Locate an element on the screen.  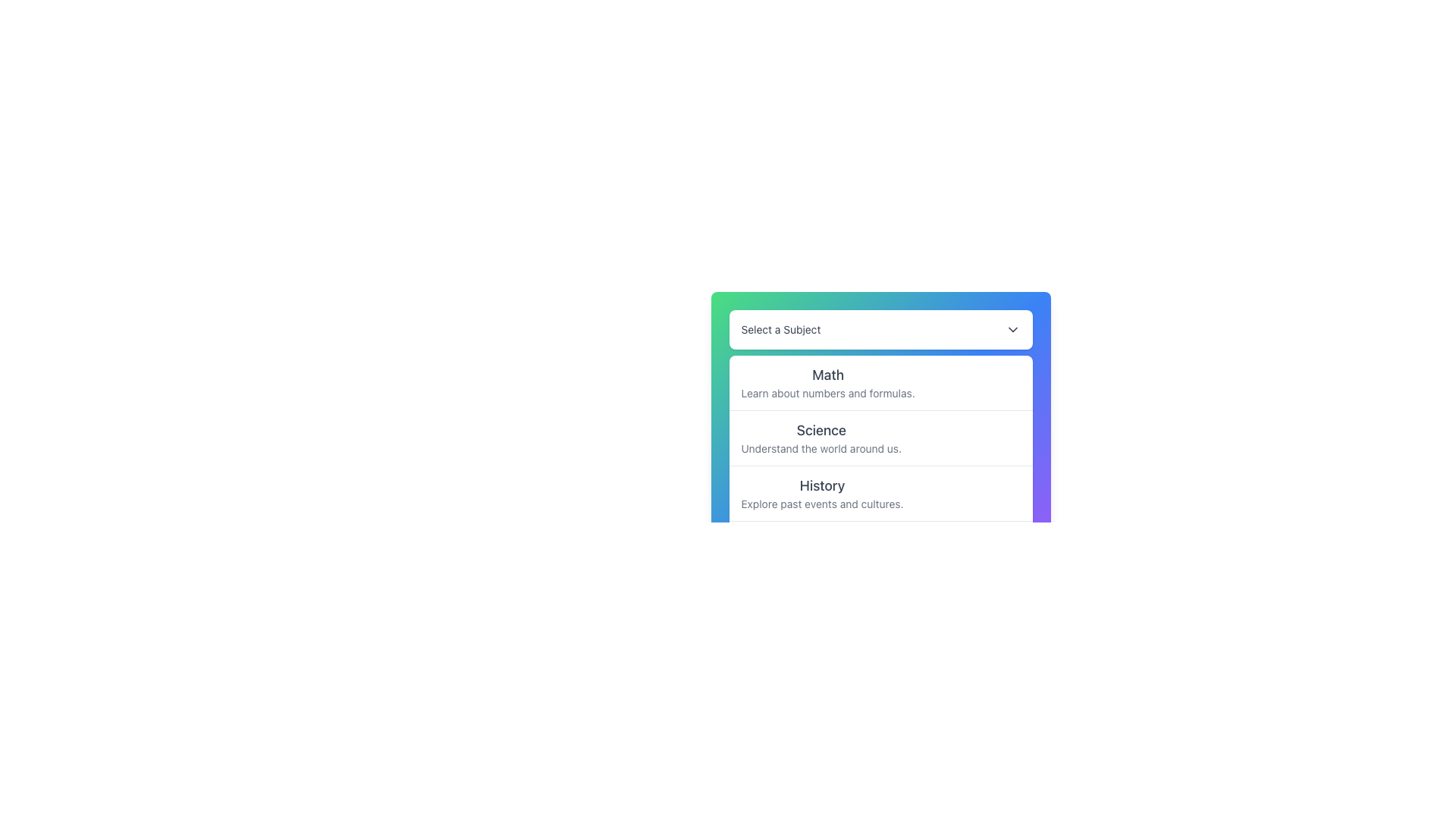
the second selectable list item labeled 'Science' in the dropdown menu is located at coordinates (880, 438).